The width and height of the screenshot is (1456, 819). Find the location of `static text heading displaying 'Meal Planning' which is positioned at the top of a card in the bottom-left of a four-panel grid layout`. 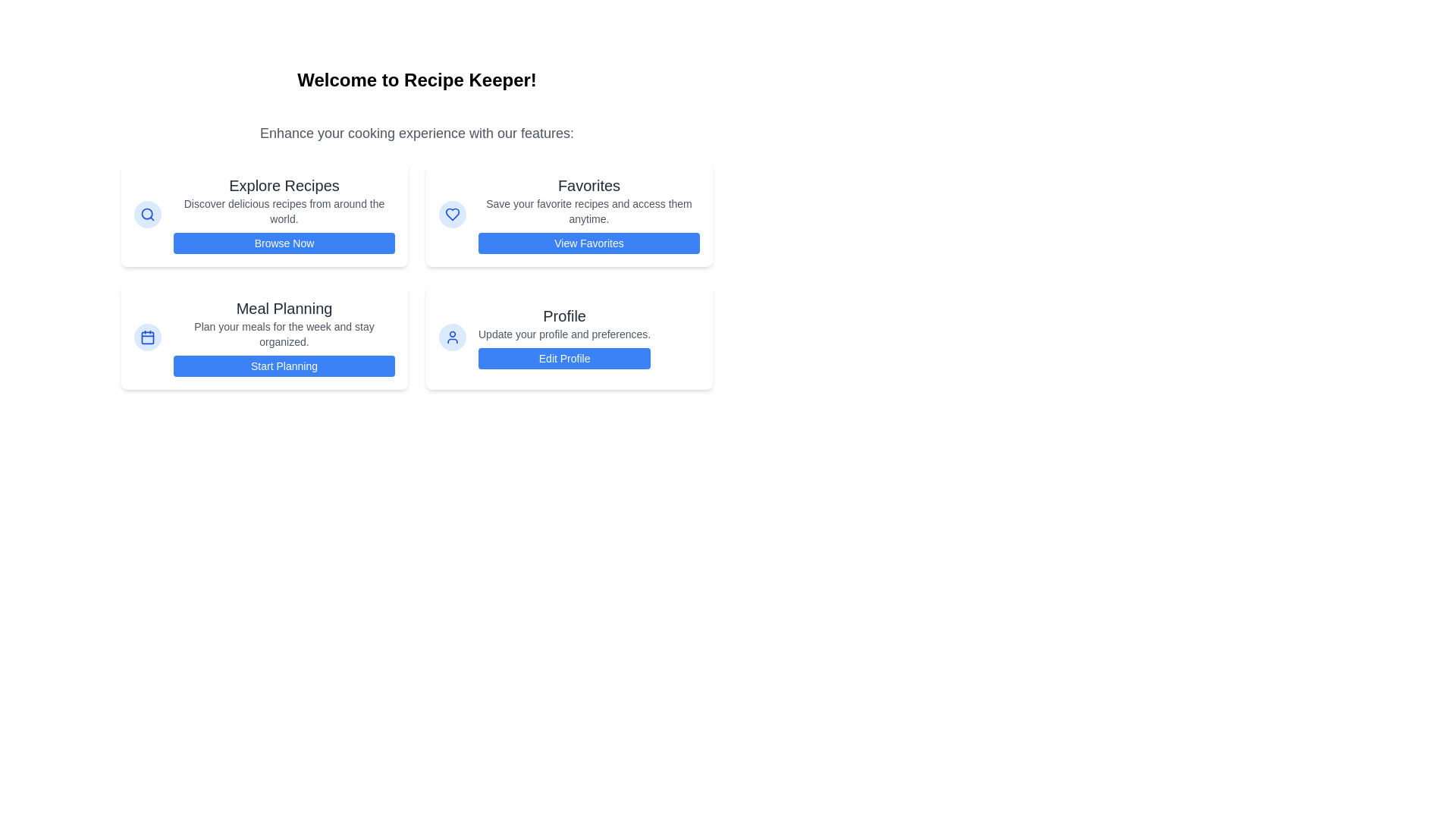

static text heading displaying 'Meal Planning' which is positioned at the top of a card in the bottom-left of a four-panel grid layout is located at coordinates (284, 308).